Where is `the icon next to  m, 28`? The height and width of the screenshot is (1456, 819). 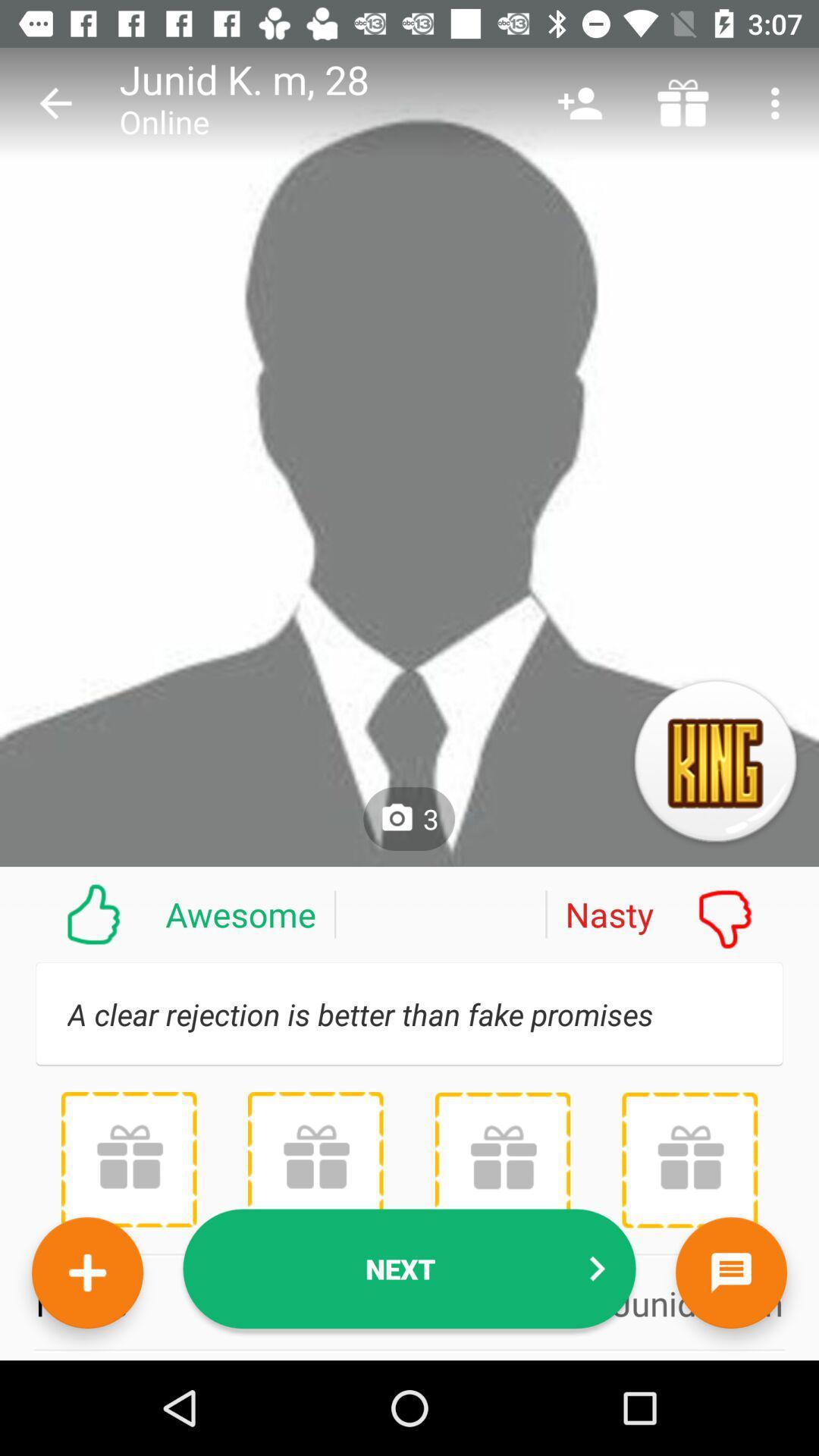 the icon next to  m, 28 is located at coordinates (579, 102).